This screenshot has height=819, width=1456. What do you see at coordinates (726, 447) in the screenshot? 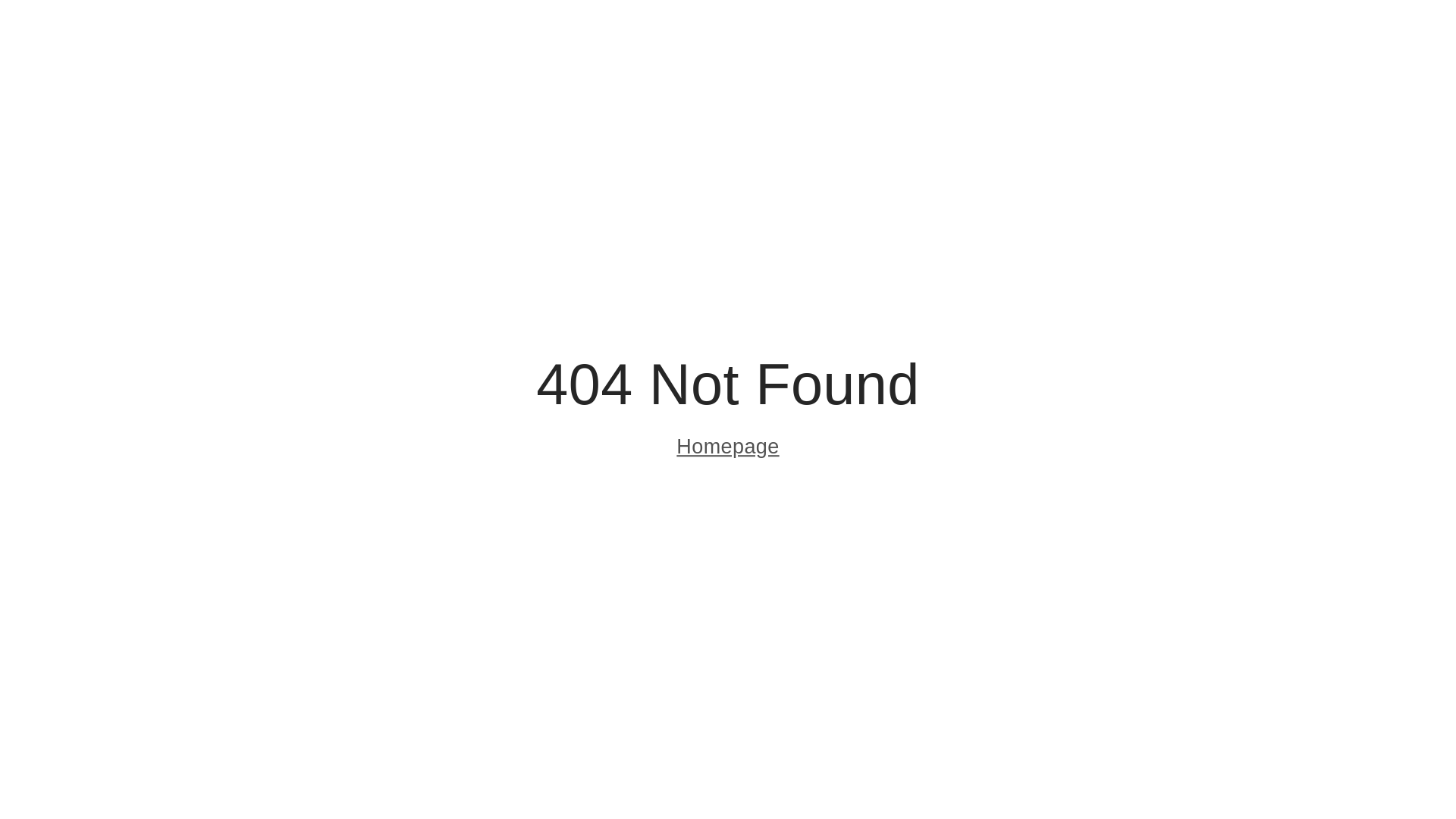
I see `'Homepage'` at bounding box center [726, 447].